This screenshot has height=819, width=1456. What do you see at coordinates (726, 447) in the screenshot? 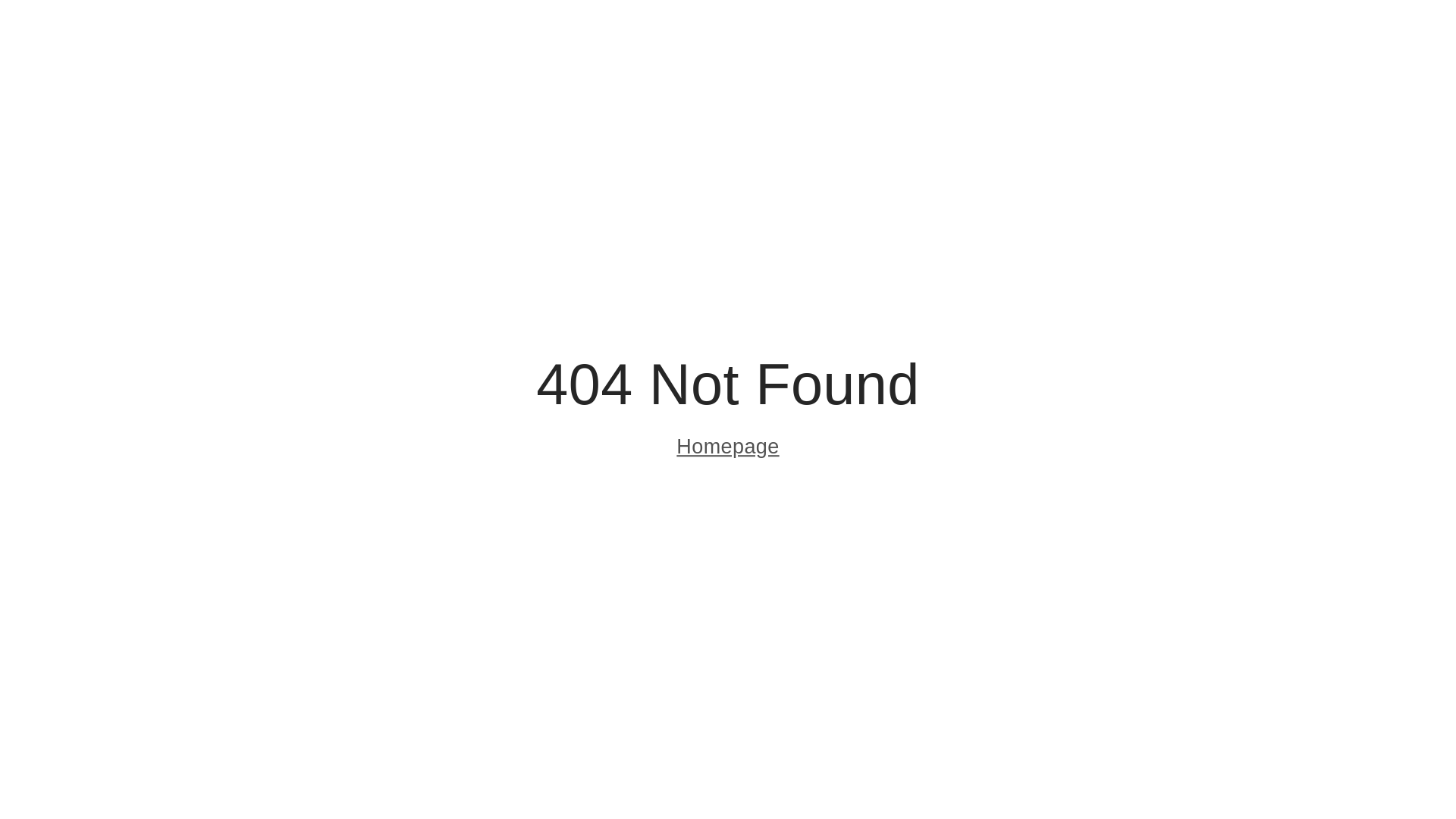
I see `'Homepage'` at bounding box center [726, 447].